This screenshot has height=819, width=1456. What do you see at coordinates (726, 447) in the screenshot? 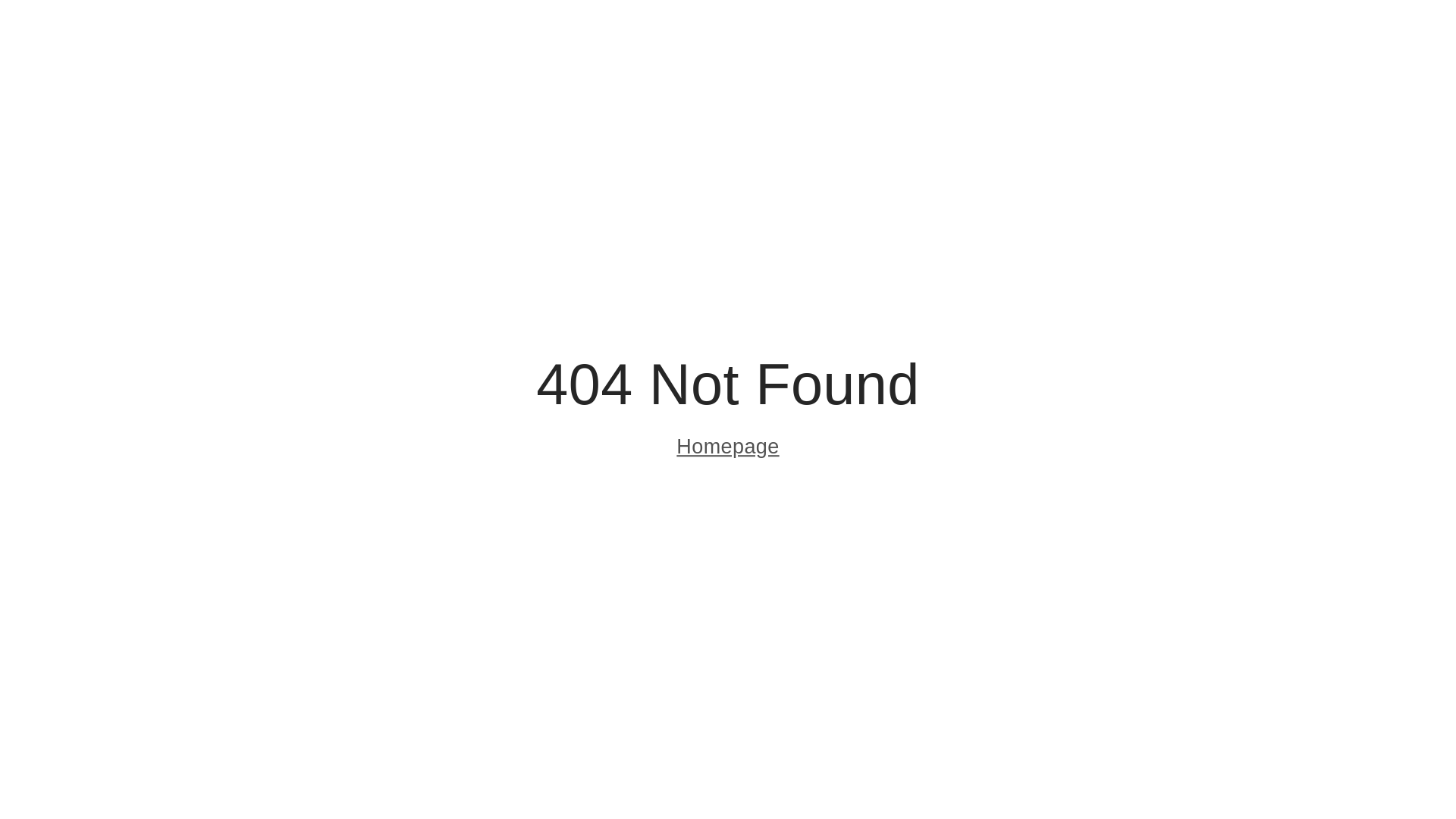
I see `'Homepage'` at bounding box center [726, 447].